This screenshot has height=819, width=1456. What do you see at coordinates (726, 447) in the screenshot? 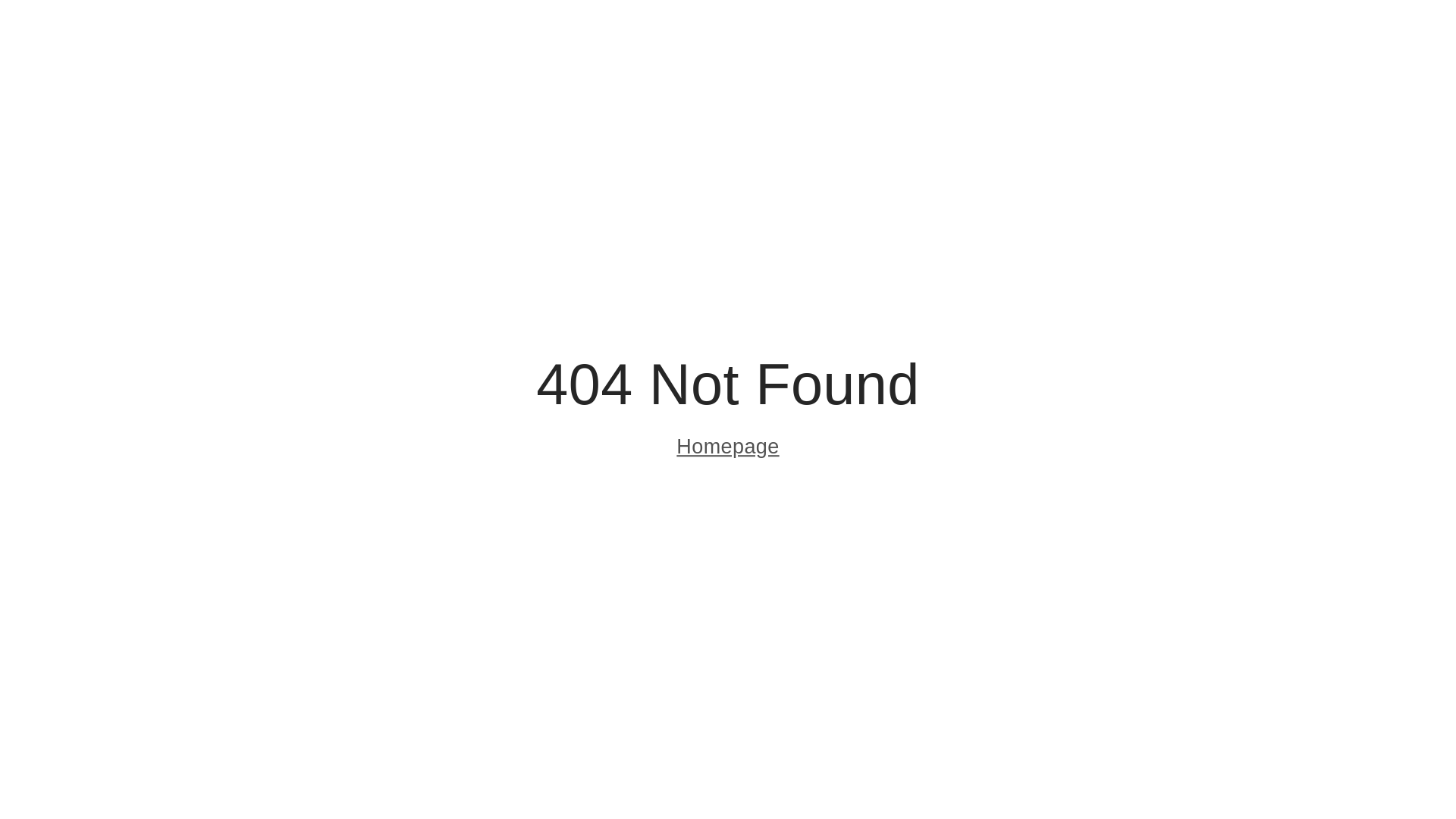
I see `'Homepage'` at bounding box center [726, 447].